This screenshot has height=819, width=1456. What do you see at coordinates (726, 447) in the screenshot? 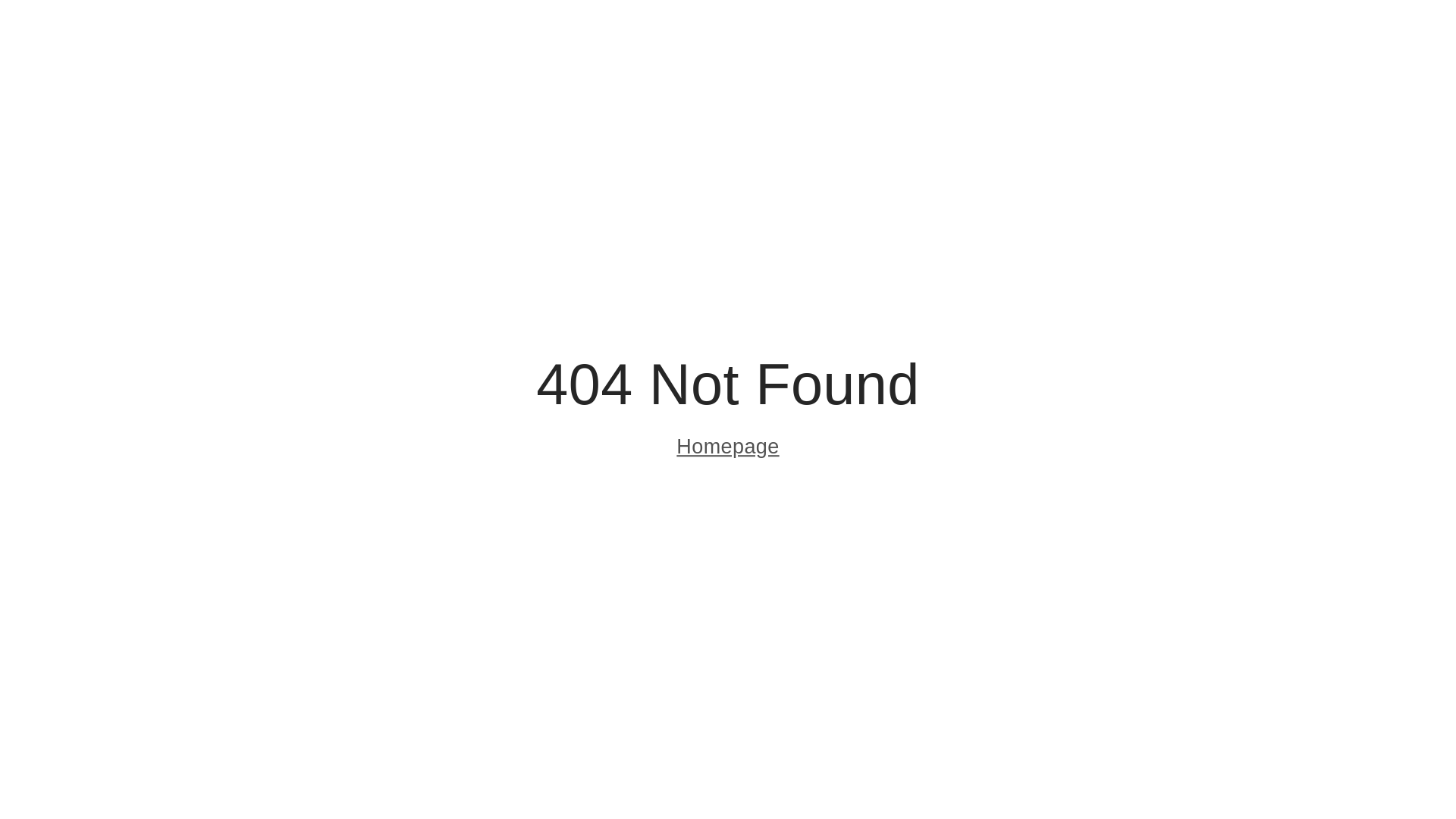
I see `'Homepage'` at bounding box center [726, 447].